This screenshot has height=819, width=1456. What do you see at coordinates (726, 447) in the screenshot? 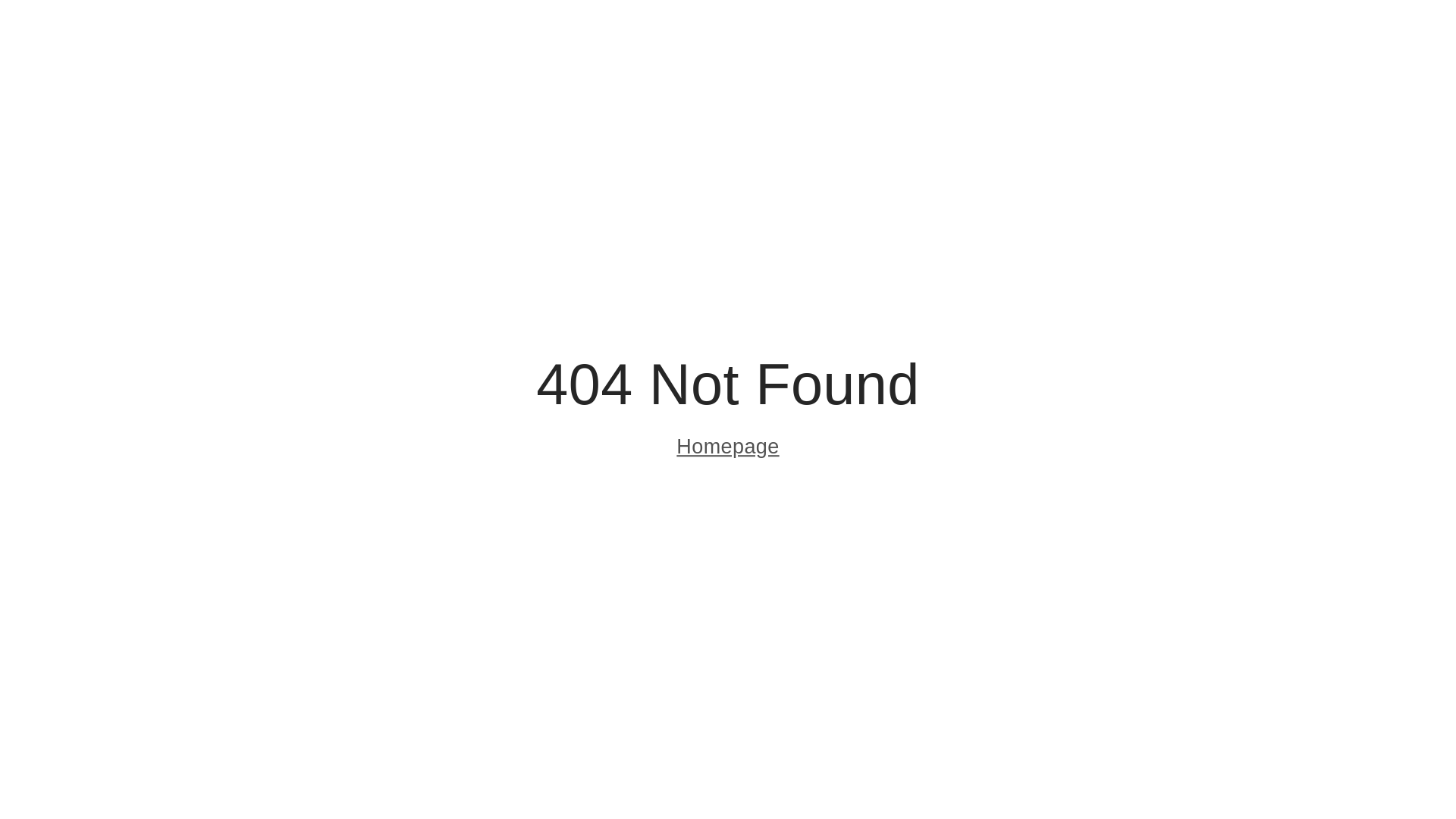
I see `'Homepage'` at bounding box center [726, 447].